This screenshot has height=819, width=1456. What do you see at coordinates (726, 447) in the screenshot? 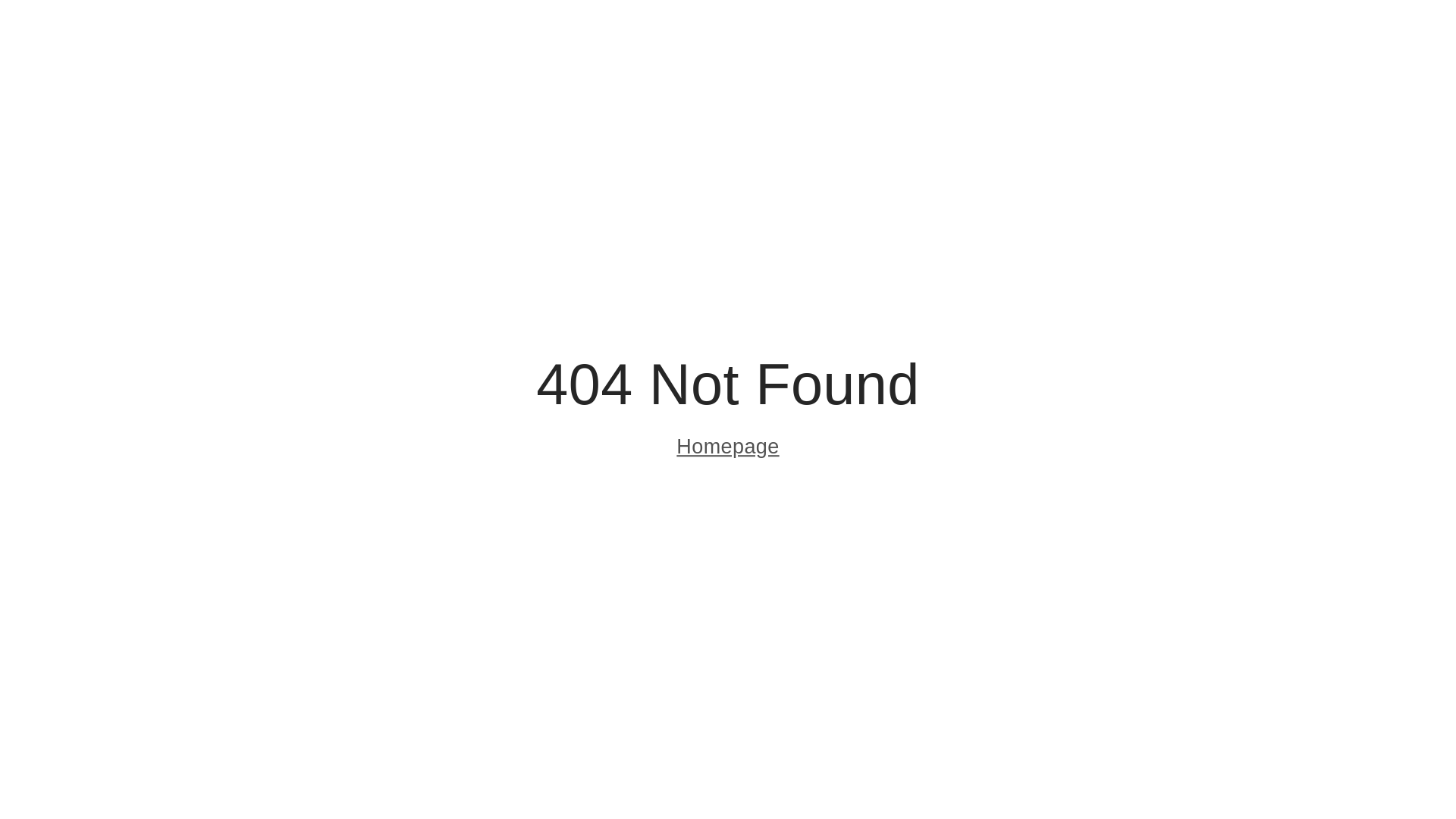
I see `'Homepage'` at bounding box center [726, 447].